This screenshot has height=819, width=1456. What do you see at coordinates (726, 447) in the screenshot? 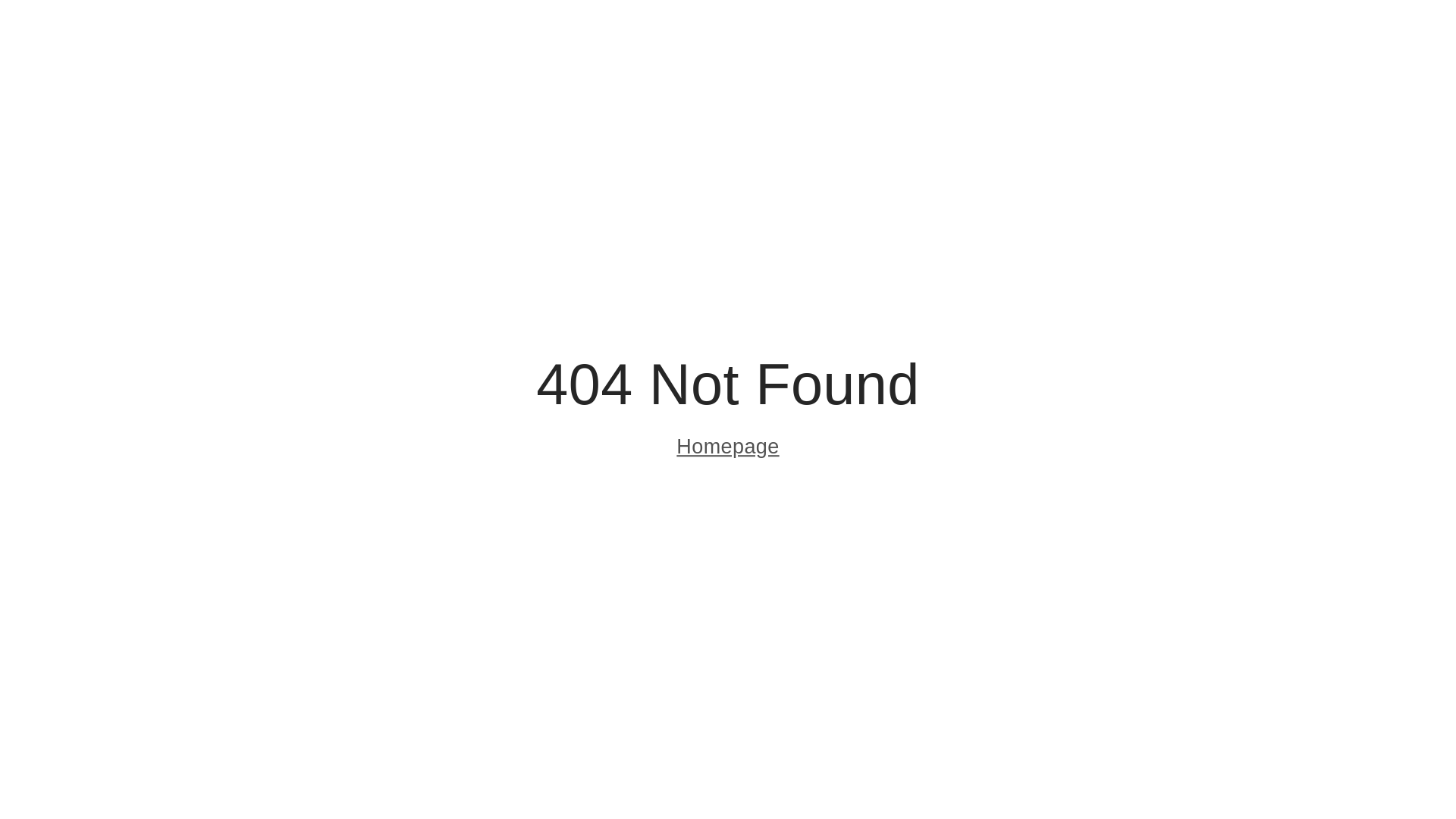
I see `'Homepage'` at bounding box center [726, 447].